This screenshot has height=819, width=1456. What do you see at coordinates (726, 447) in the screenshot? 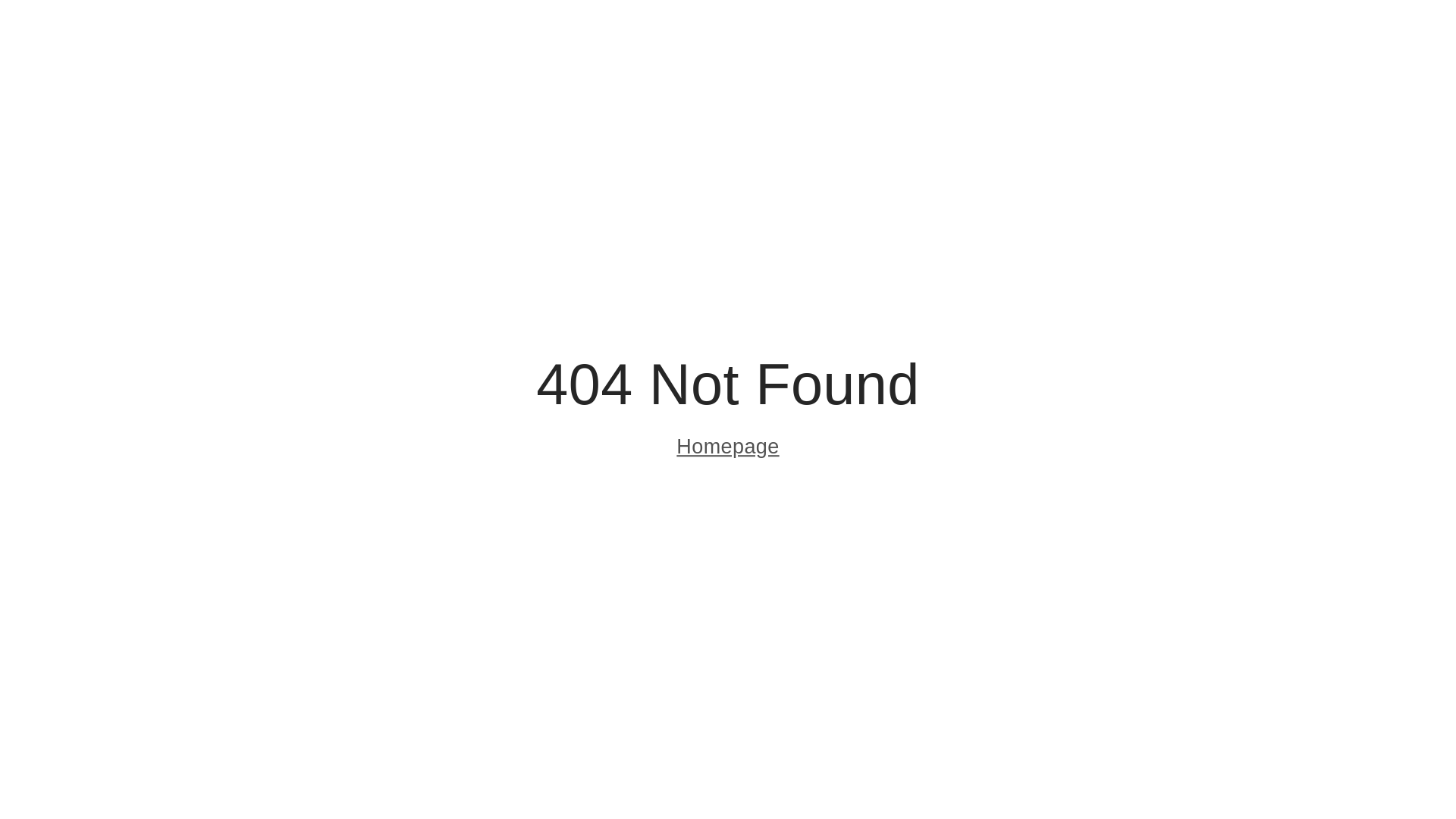
I see `'Homepage'` at bounding box center [726, 447].